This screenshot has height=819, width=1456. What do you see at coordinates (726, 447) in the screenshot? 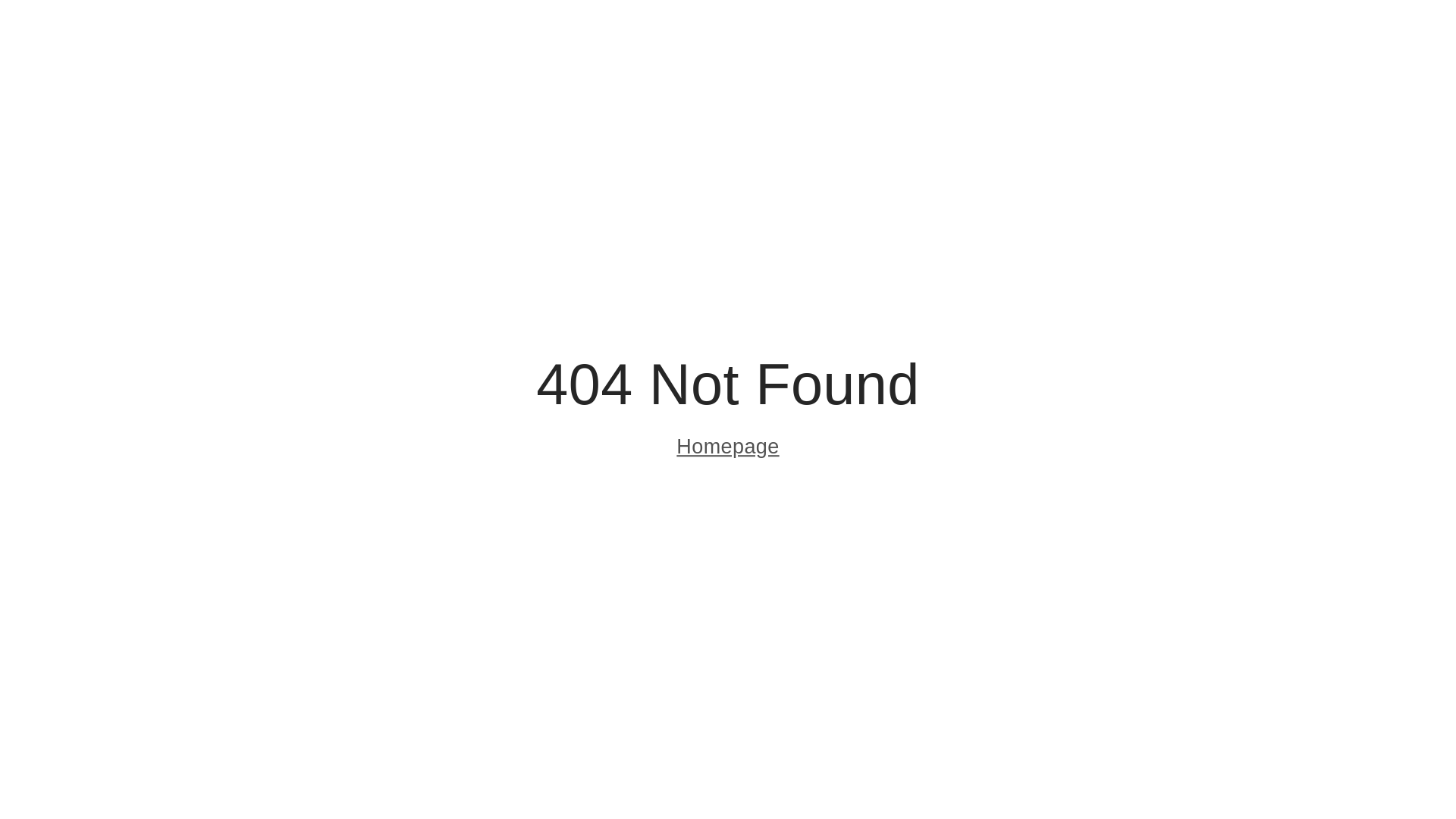
I see `'Homepage'` at bounding box center [726, 447].